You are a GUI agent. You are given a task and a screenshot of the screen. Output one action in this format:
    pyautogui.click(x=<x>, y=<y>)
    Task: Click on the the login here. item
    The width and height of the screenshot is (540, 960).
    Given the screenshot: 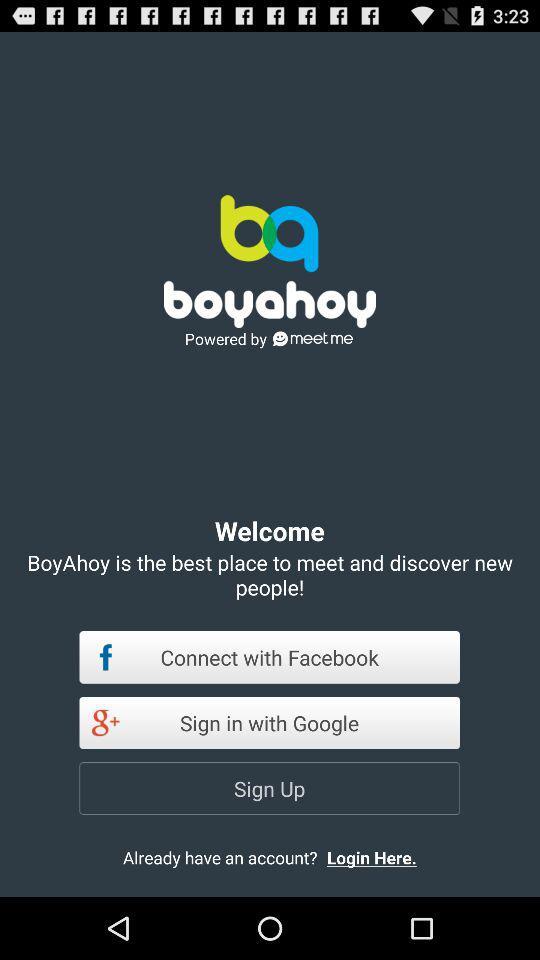 What is the action you would take?
    pyautogui.click(x=388, y=856)
    